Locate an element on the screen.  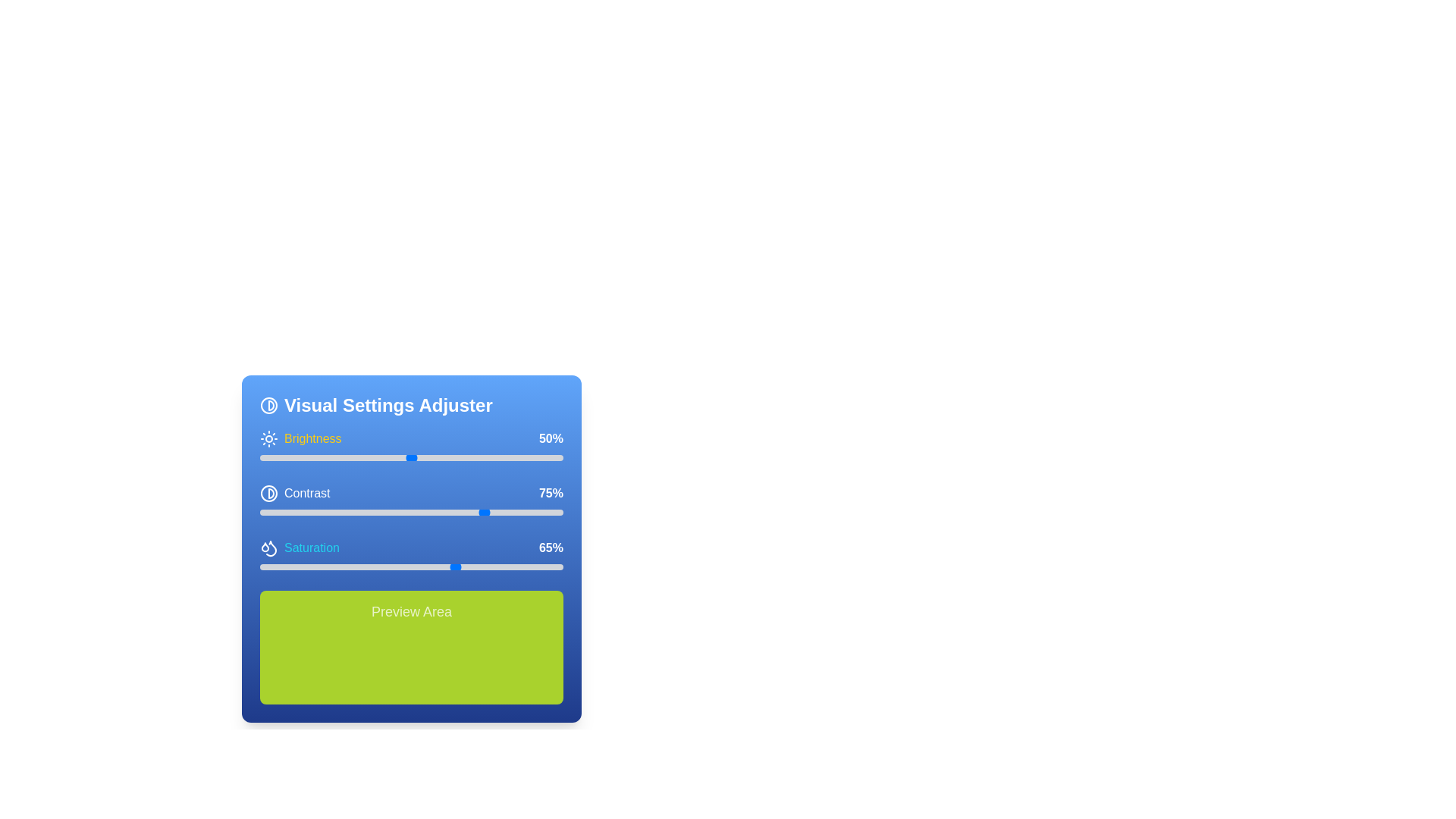
the static text label displaying the current percentage value (65%) of the 'Saturation' setting, located at the right end of the horizontal layout in the 'Visual Settings Adjuster' interface is located at coordinates (548, 548).